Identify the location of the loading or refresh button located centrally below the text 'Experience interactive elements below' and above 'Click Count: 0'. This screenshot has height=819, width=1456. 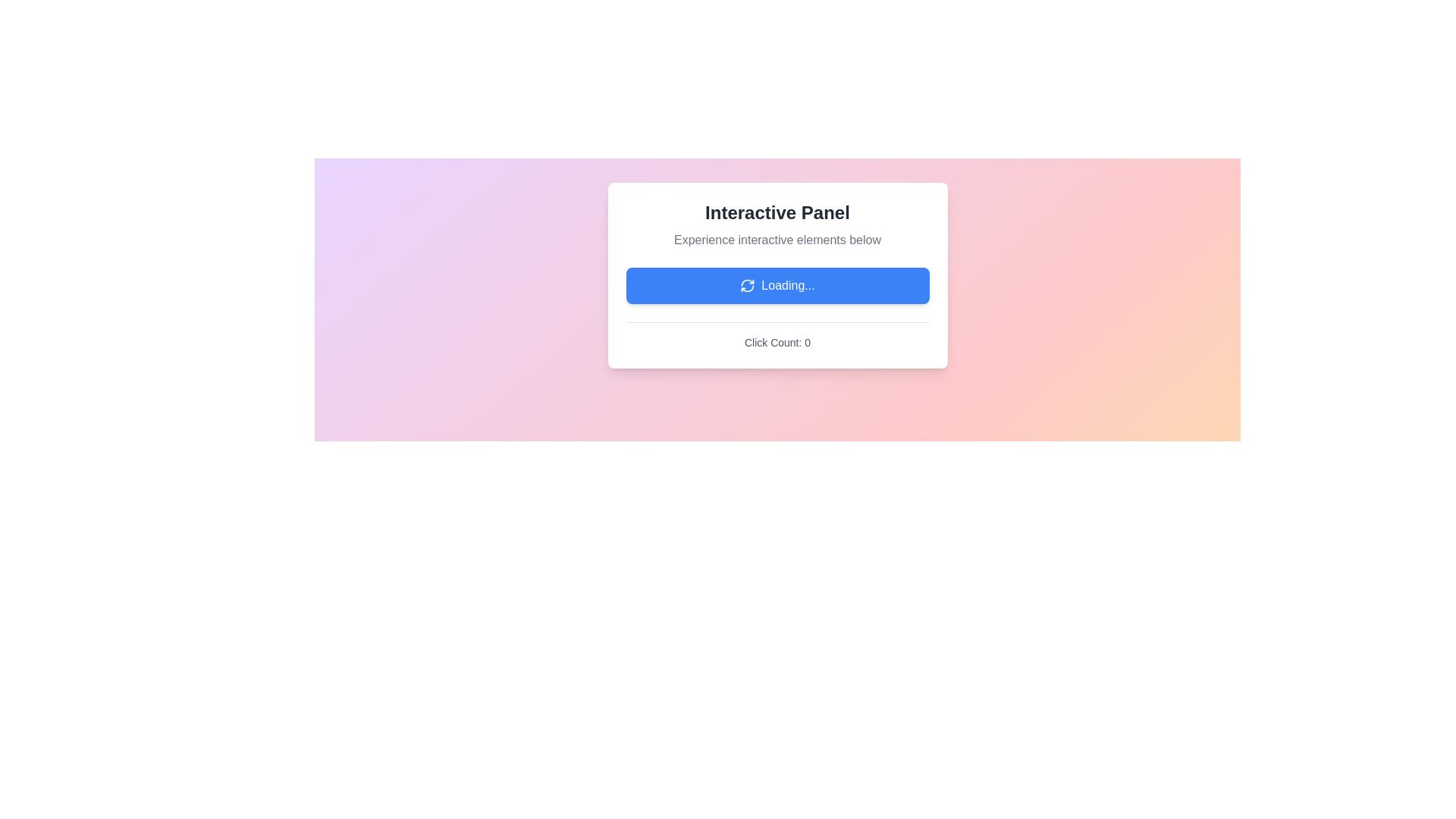
(777, 286).